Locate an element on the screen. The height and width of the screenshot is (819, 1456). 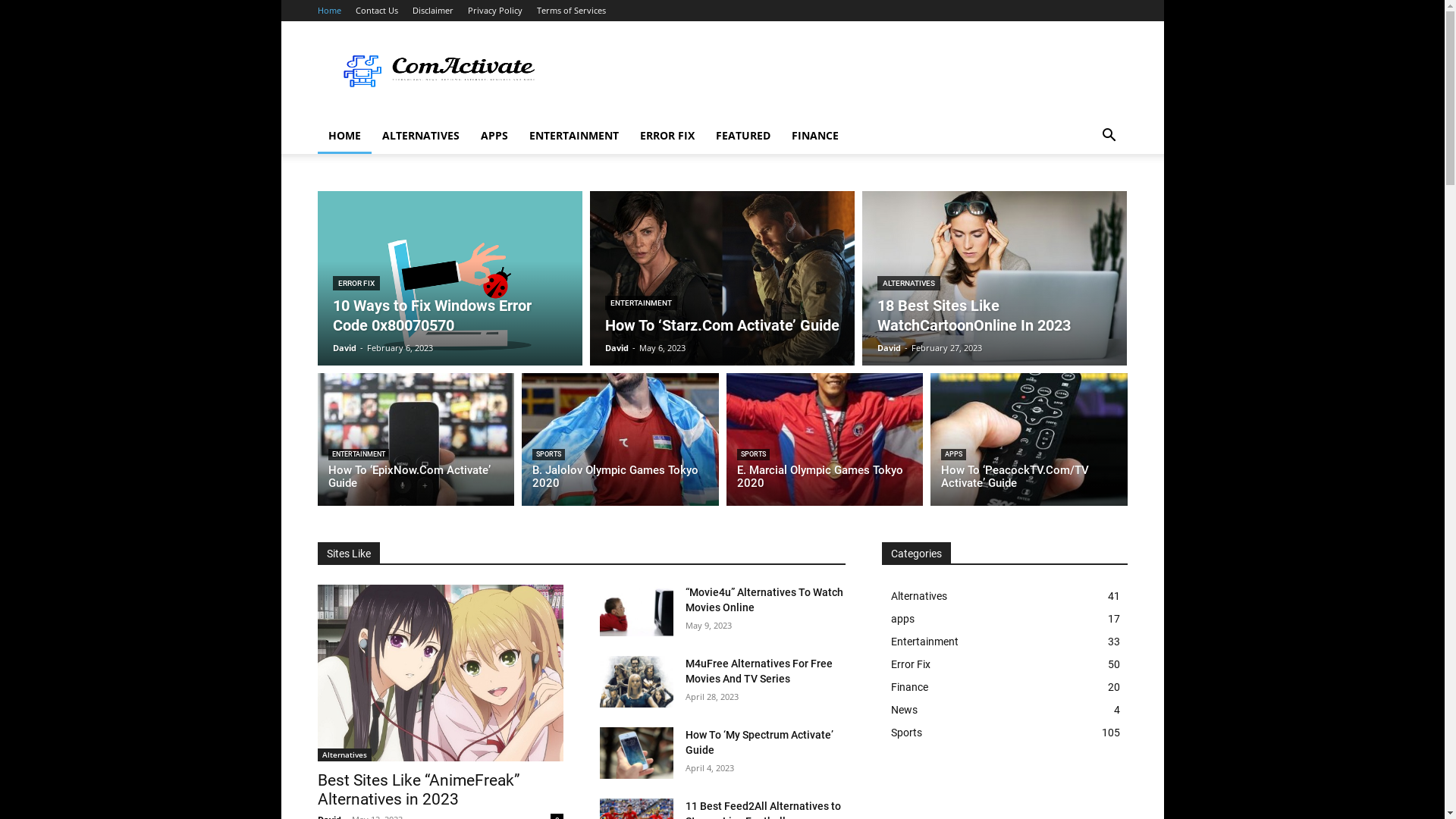
'Alternatives is located at coordinates (1004, 595).